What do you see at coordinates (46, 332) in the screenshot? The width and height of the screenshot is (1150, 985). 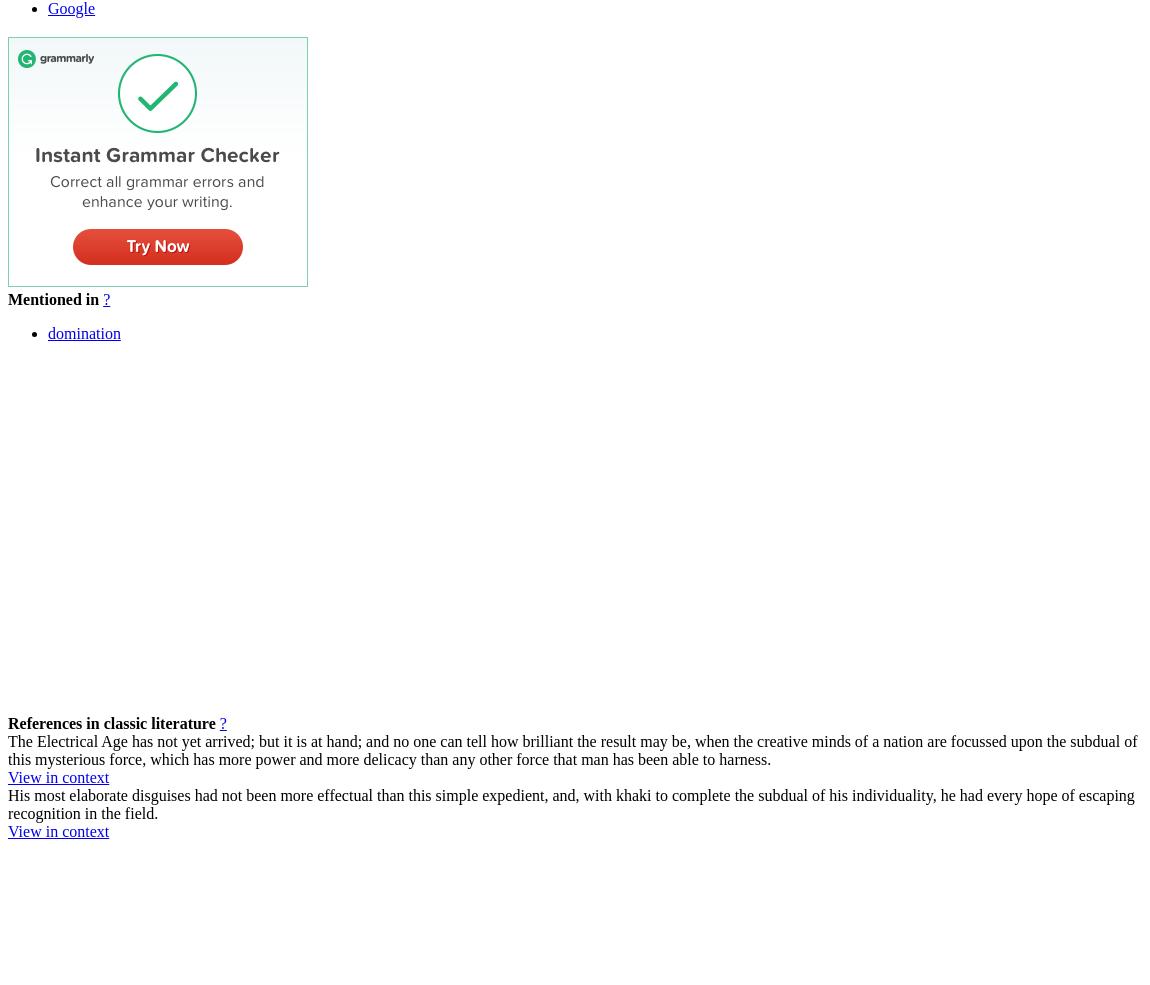 I see `'domination'` at bounding box center [46, 332].